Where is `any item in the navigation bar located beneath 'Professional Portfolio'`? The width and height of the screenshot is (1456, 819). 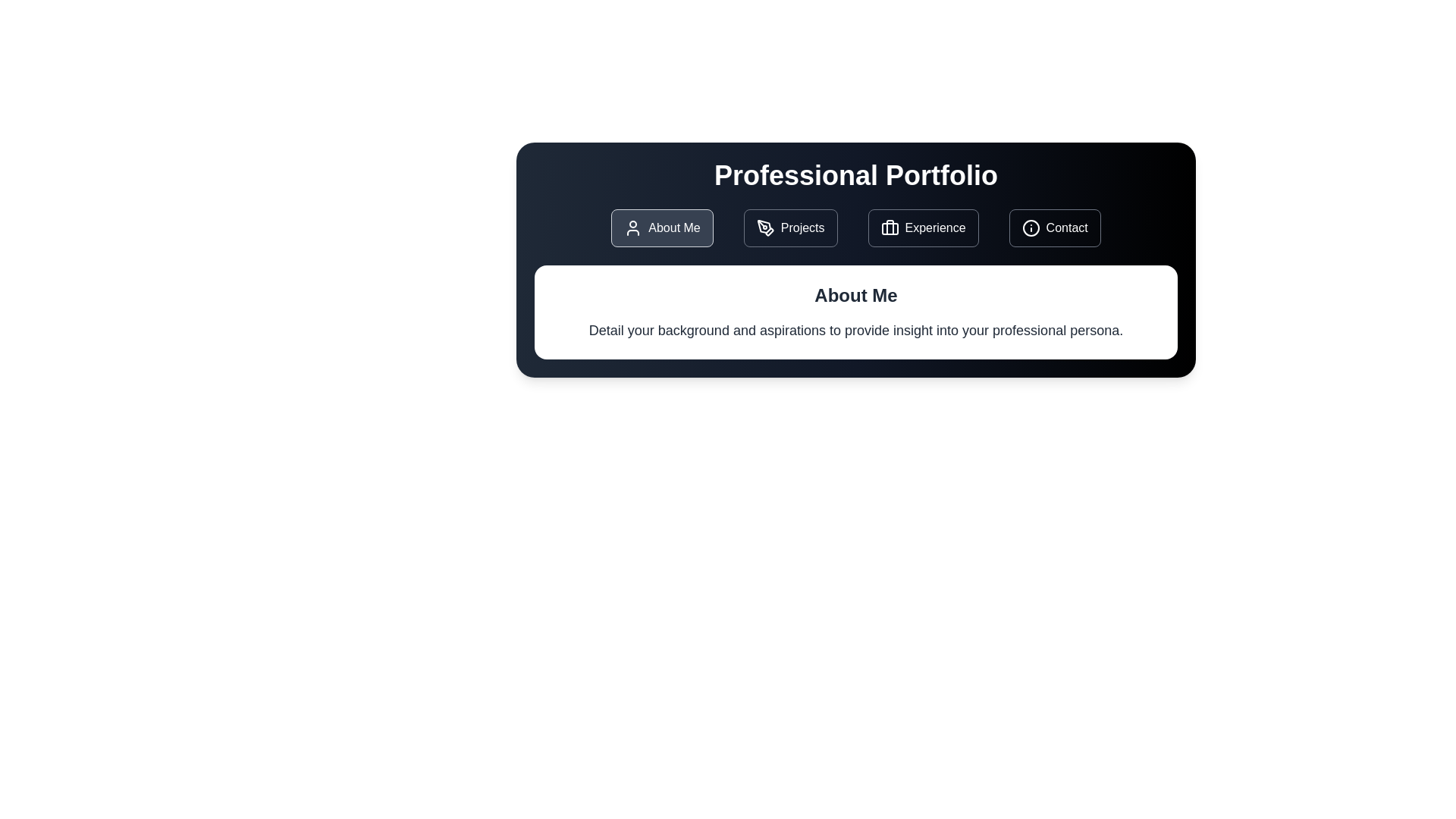 any item in the navigation bar located beneath 'Professional Portfolio' is located at coordinates (855, 227).